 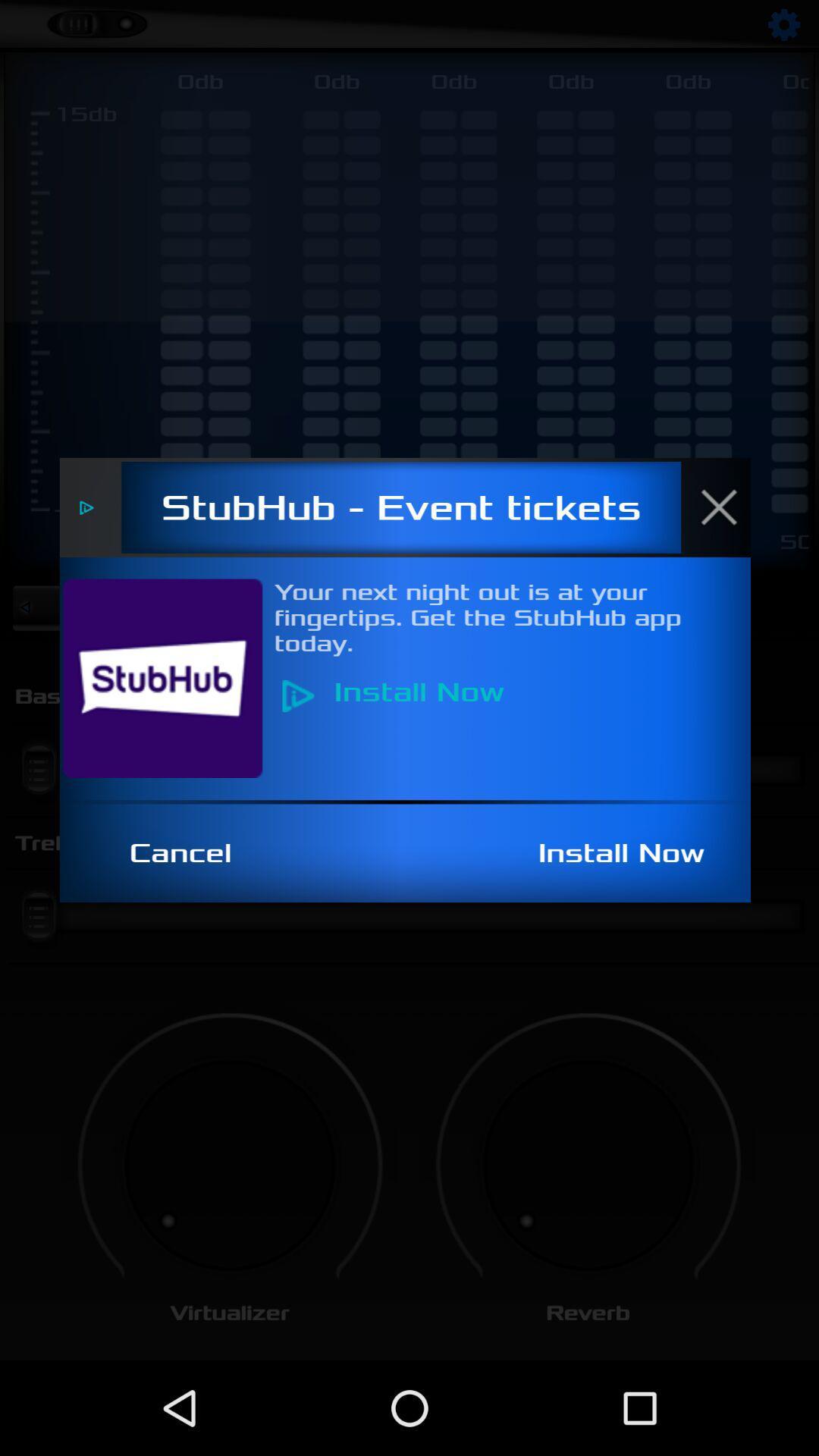 What do you see at coordinates (171, 677) in the screenshot?
I see `open a webpage` at bounding box center [171, 677].